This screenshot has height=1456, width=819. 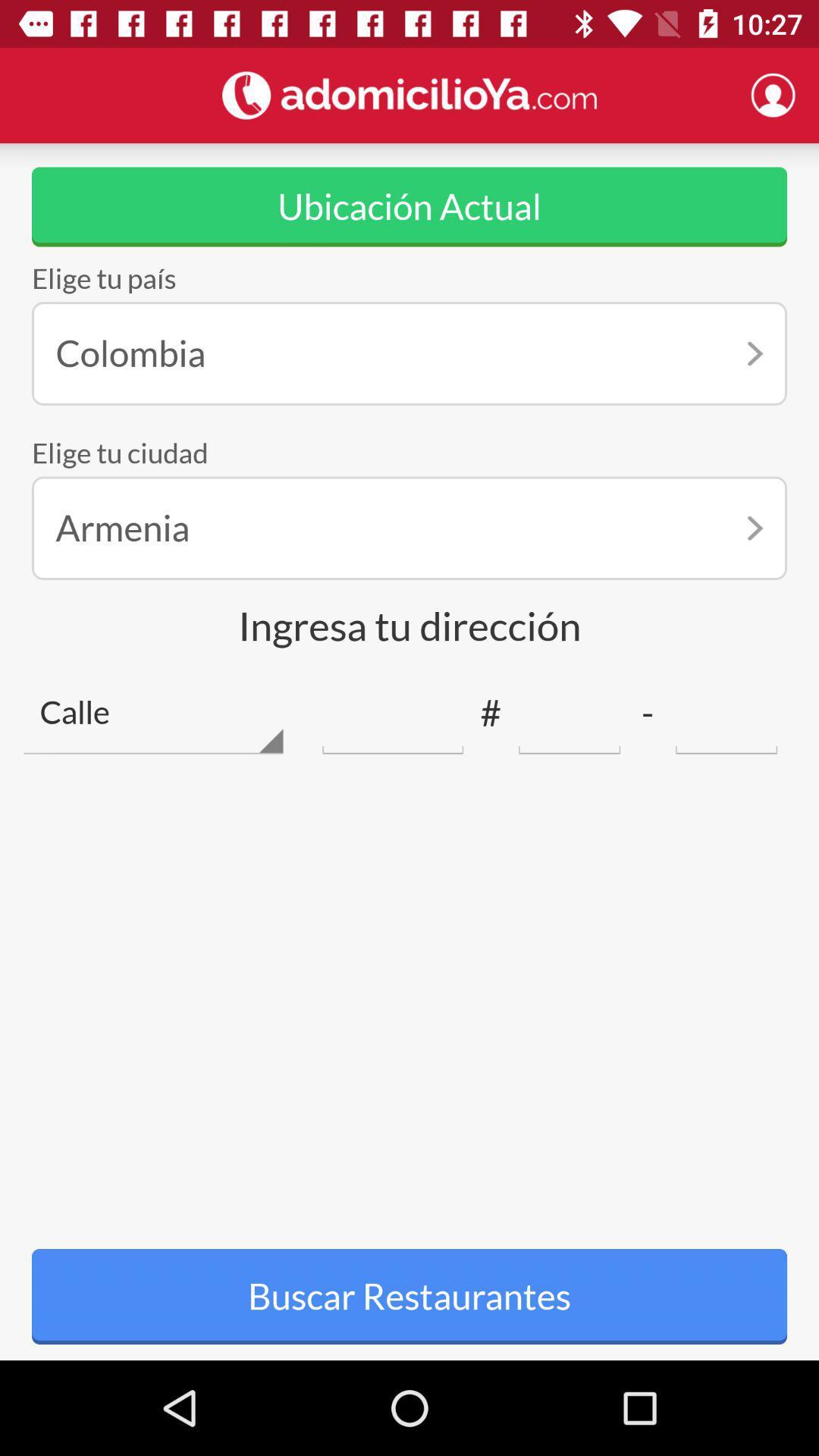 What do you see at coordinates (773, 94) in the screenshot?
I see `profile create` at bounding box center [773, 94].